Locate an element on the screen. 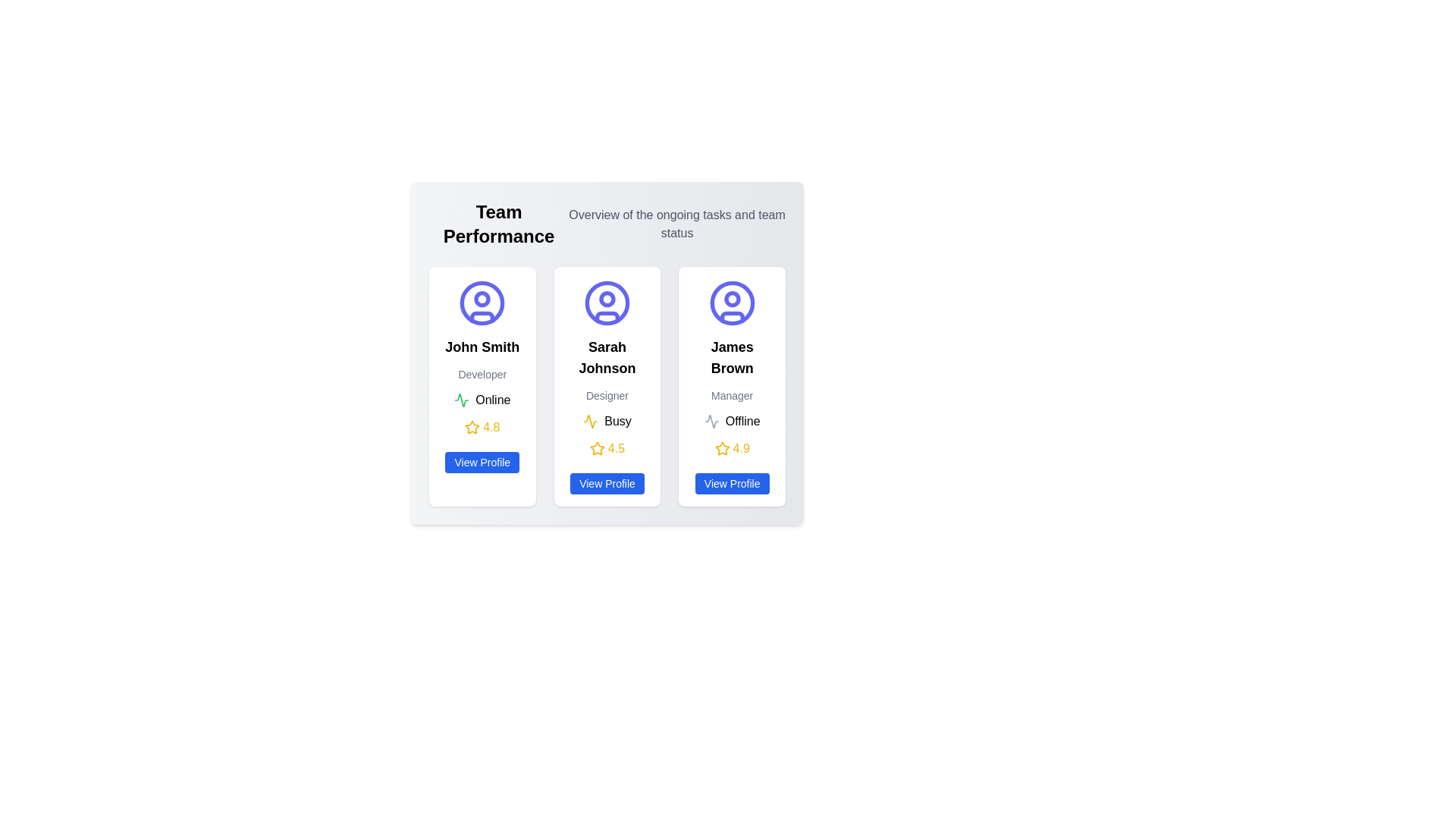 The width and height of the screenshot is (1456, 819). the 'Busy' text label located in the middle card of the user profiles row, indicating interactivity is enabled is located at coordinates (618, 421).